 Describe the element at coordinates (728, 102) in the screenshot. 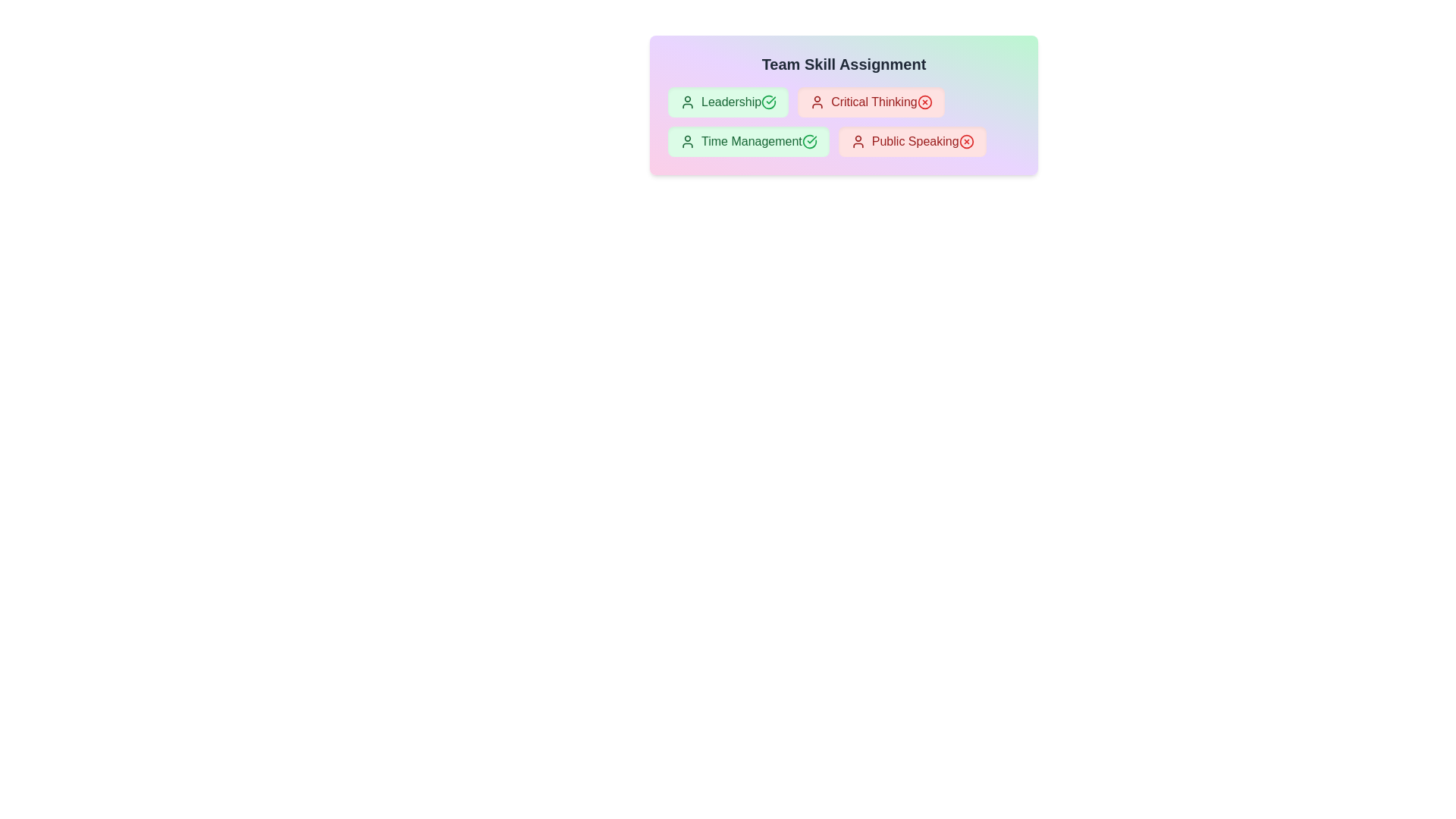

I see `the assigned and unassigned skills based on their color coding` at that location.